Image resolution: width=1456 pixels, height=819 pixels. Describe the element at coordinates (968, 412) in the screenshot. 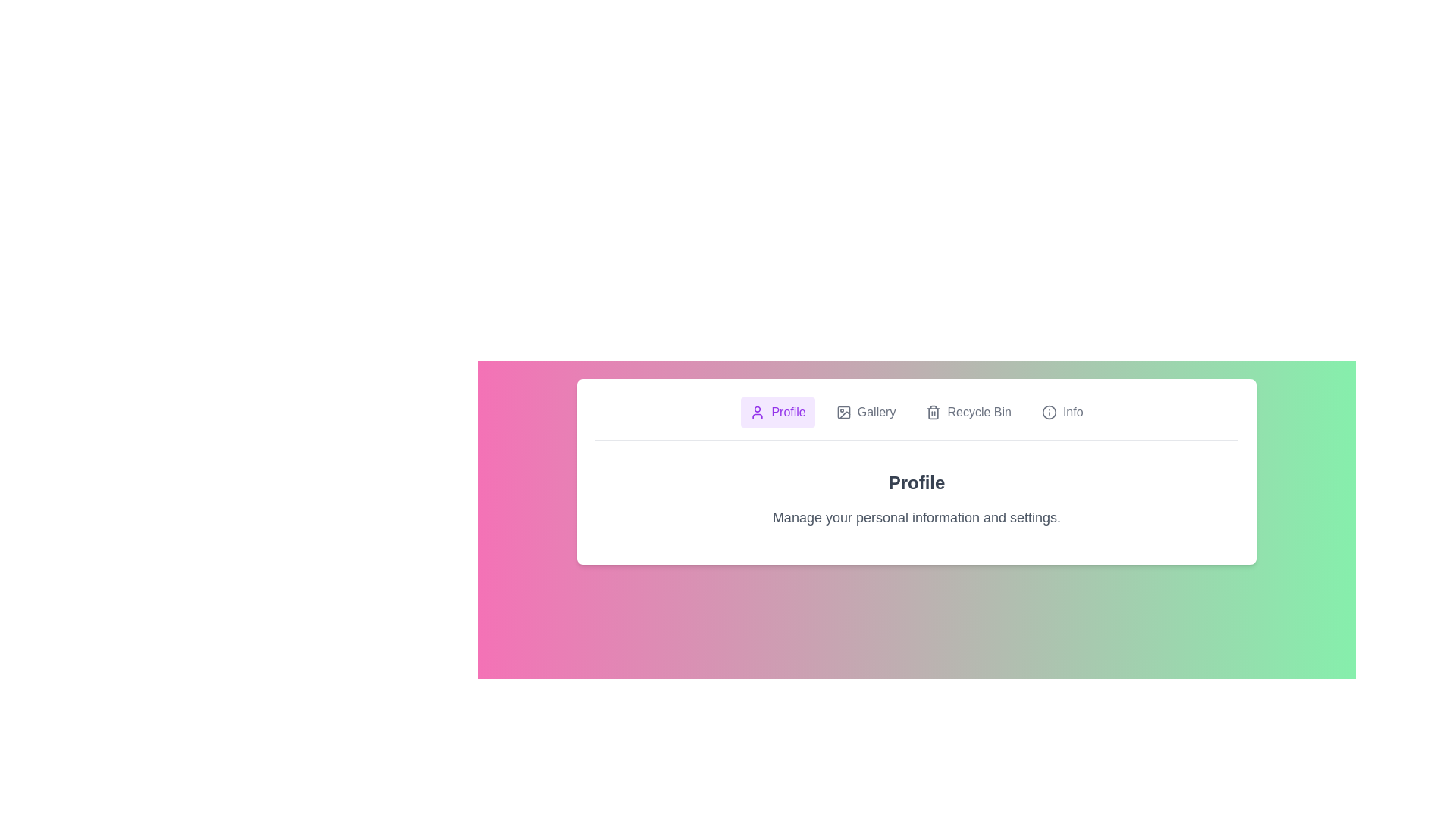

I see `the tab labeled Recycle Bin` at that location.